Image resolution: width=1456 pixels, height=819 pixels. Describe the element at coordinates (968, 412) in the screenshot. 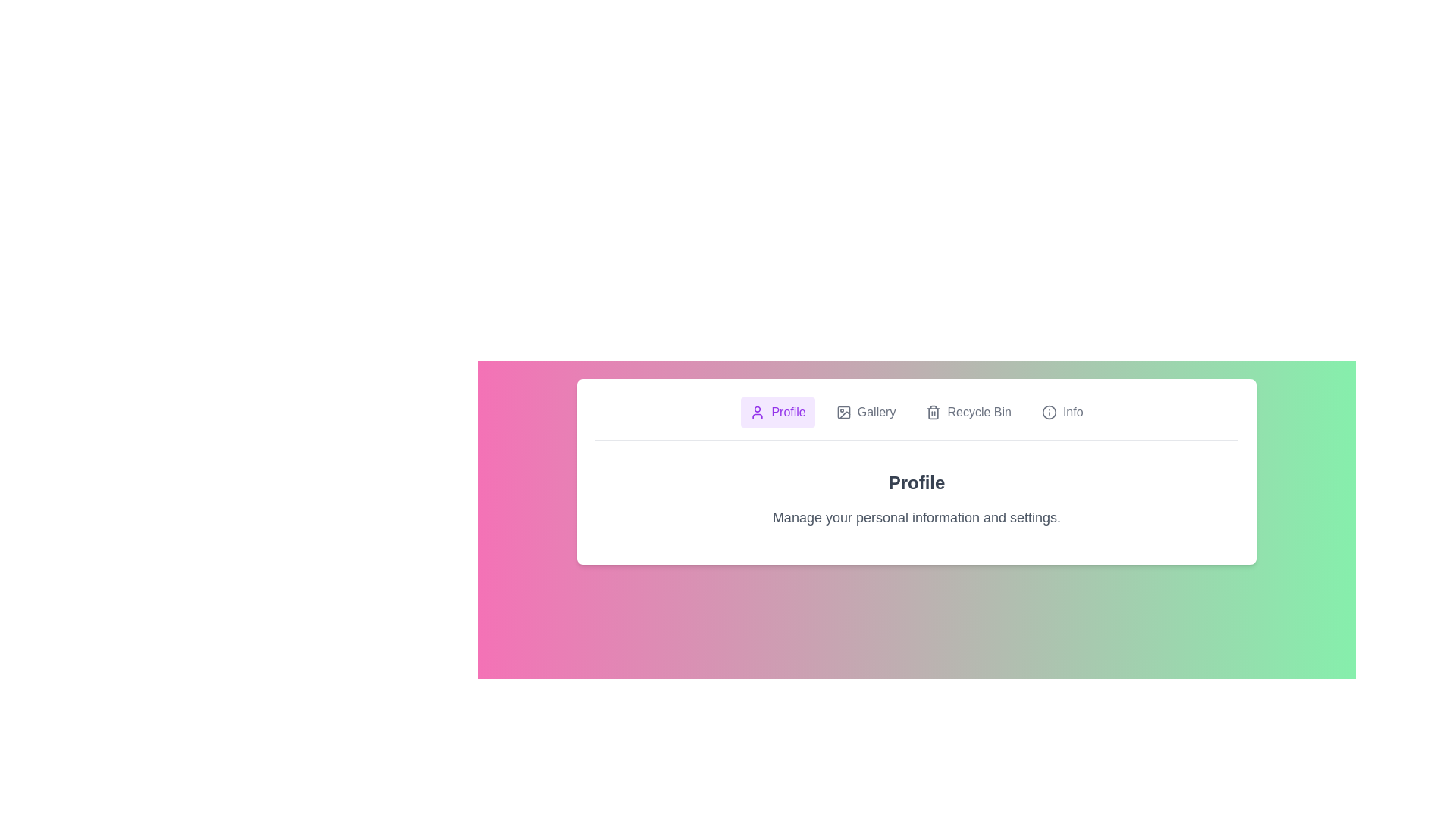

I see `the tab labeled Recycle Bin` at that location.